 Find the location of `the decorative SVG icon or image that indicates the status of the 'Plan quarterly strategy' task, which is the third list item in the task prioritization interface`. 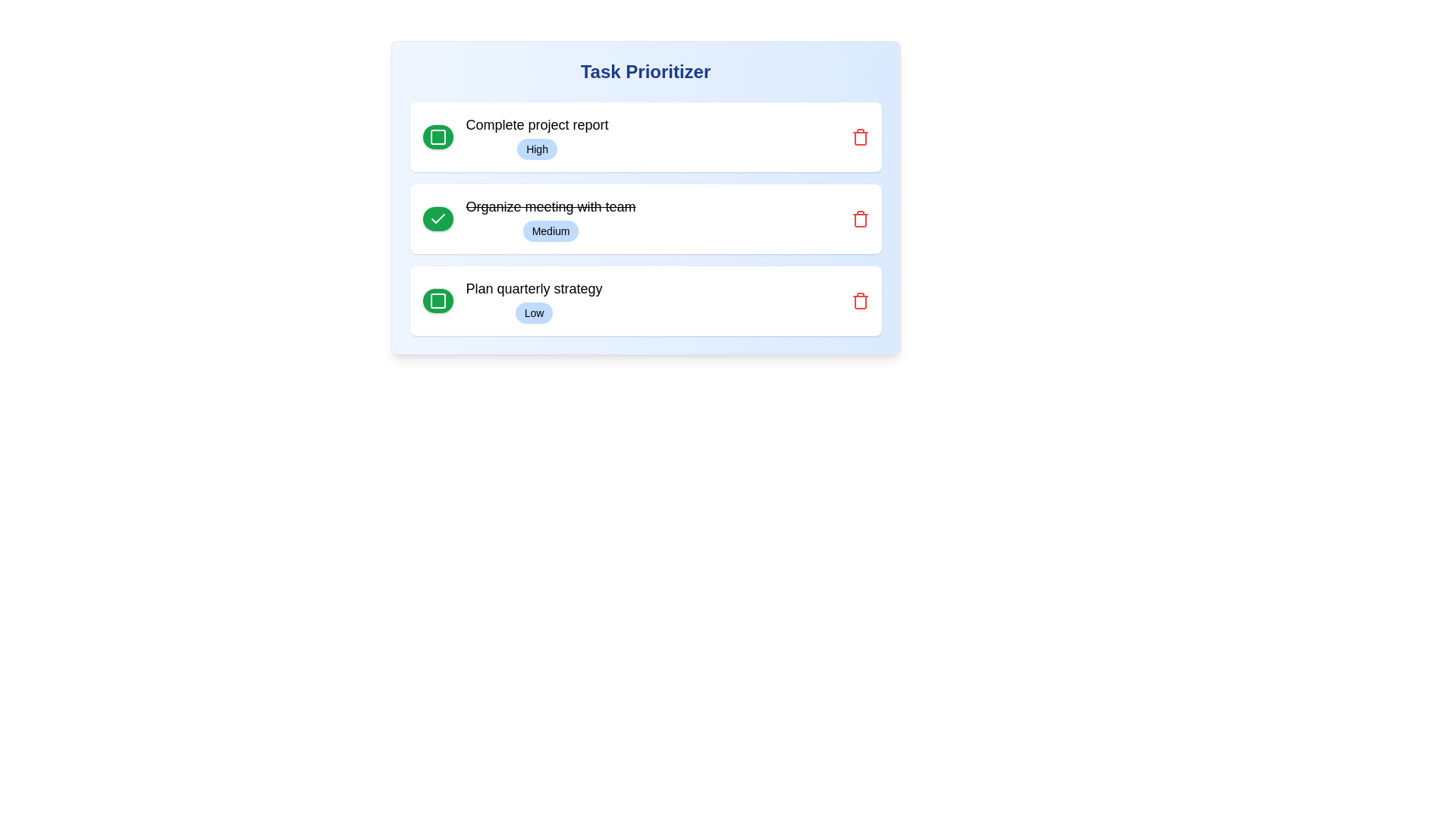

the decorative SVG icon or image that indicates the status of the 'Plan quarterly strategy' task, which is the third list item in the task prioritization interface is located at coordinates (437, 301).